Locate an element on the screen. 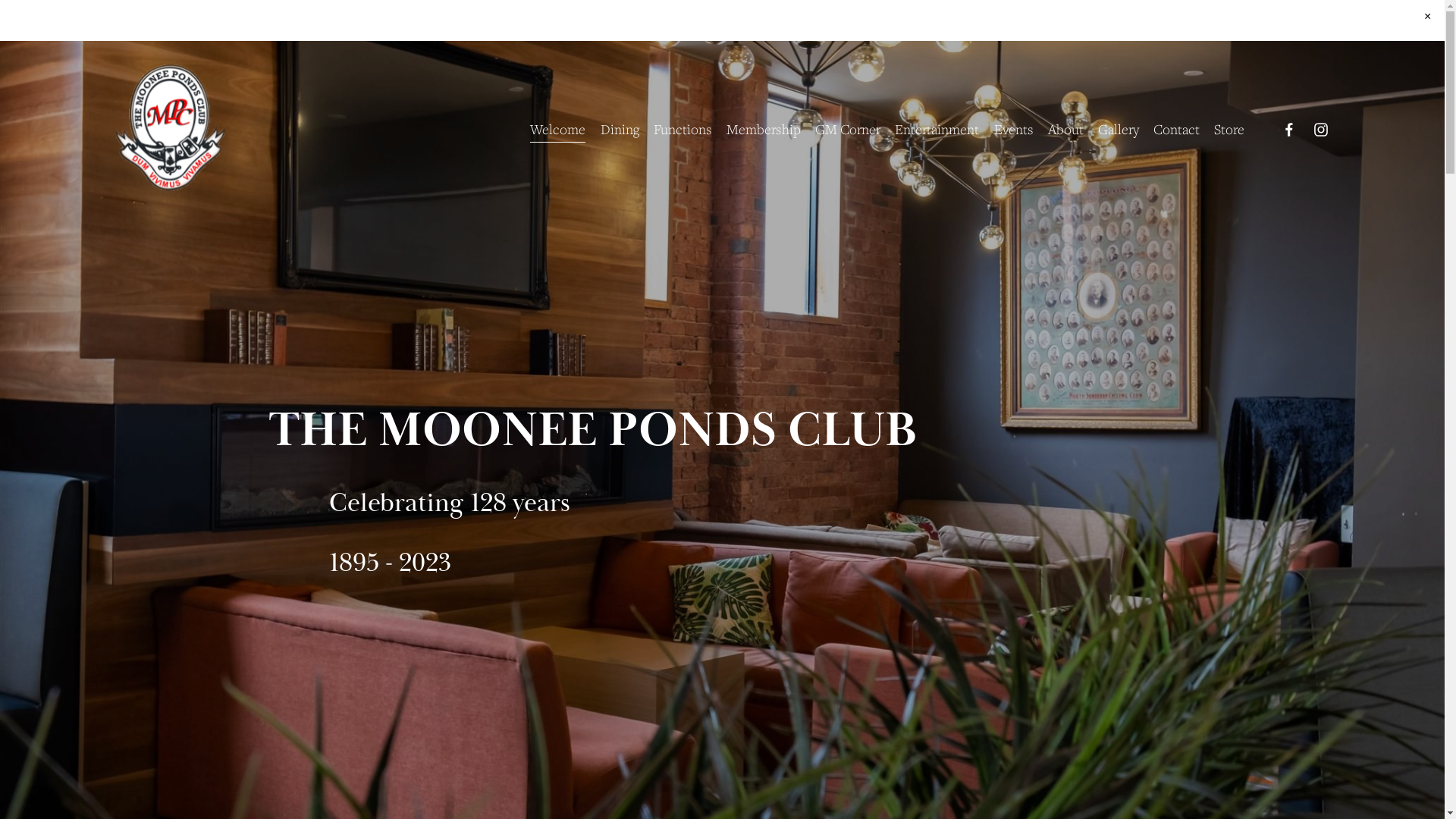  'Welcome' is located at coordinates (530, 128).